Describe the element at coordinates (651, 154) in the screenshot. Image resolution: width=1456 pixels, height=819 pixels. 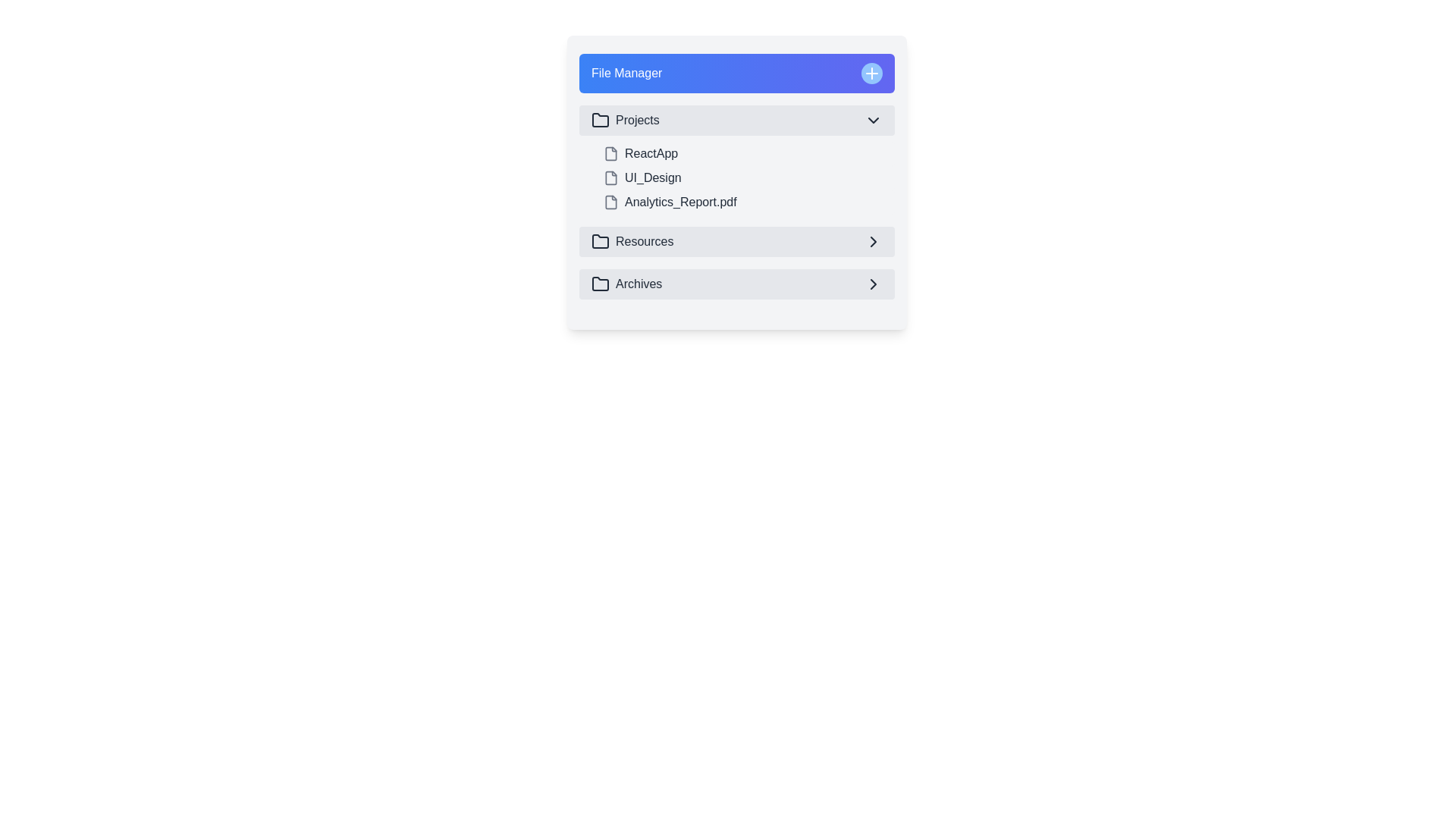
I see `the text label associated with the file named 'ReactApp'` at that location.